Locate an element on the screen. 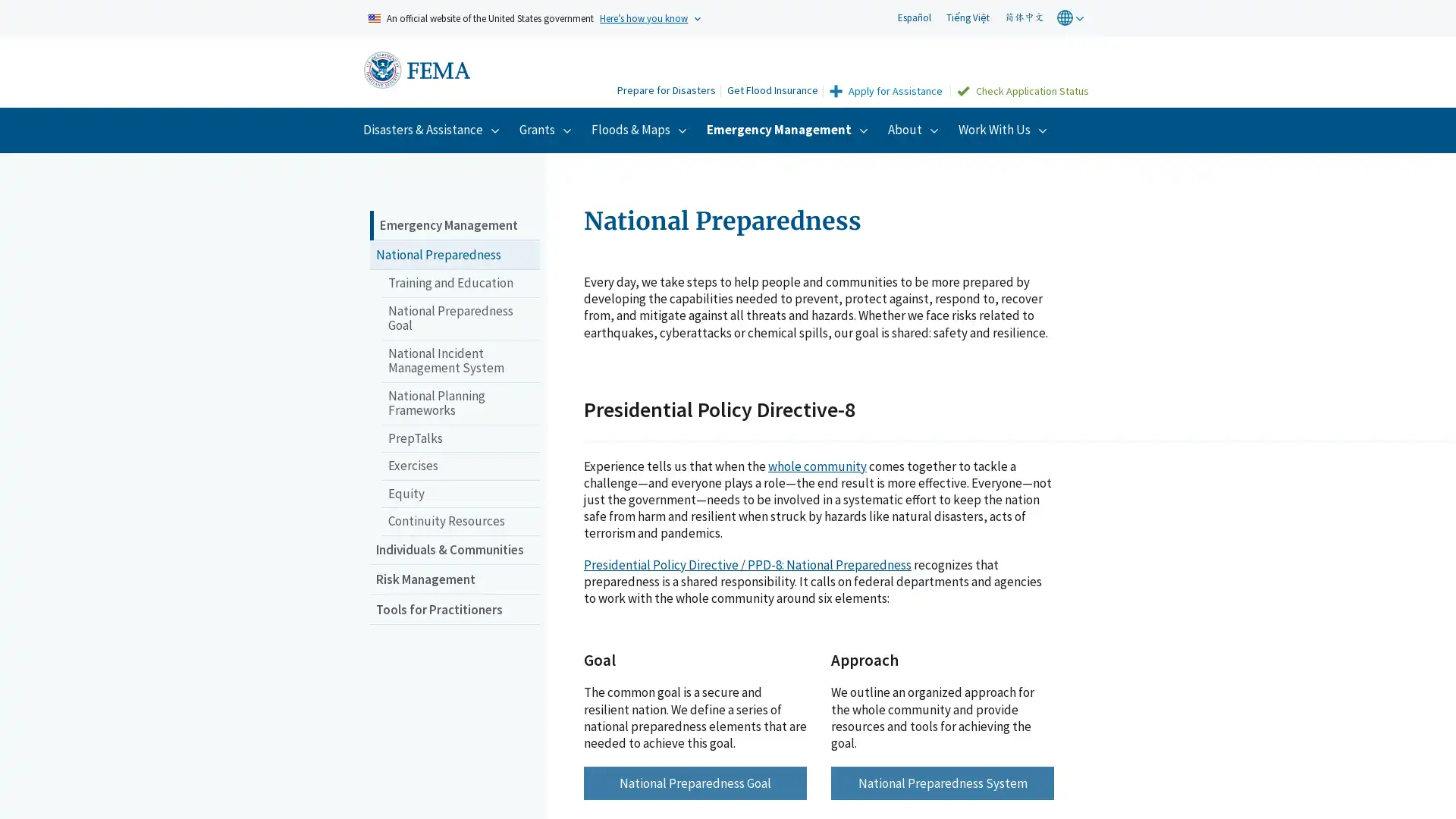  Emergency Management is located at coordinates (789, 128).